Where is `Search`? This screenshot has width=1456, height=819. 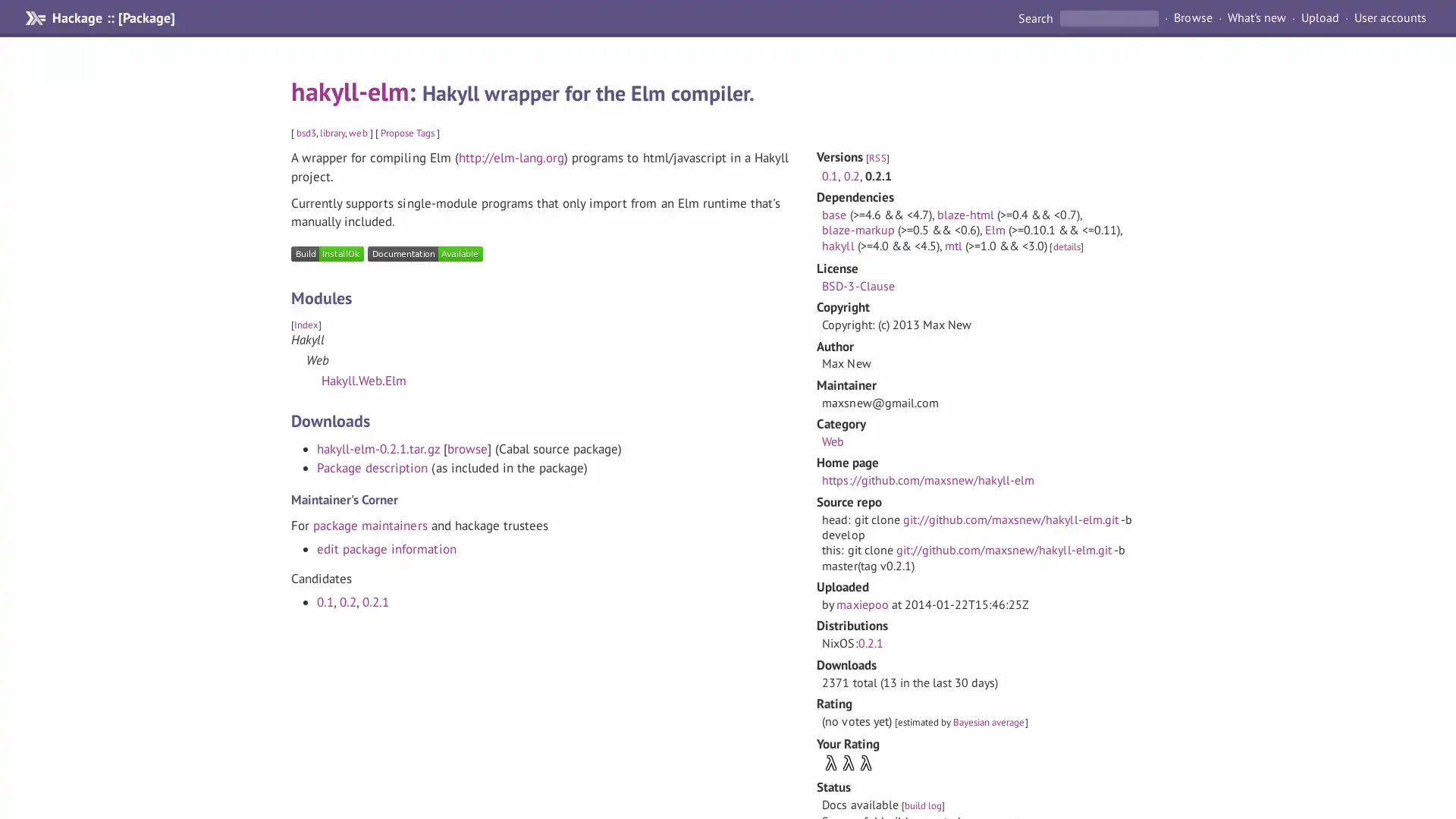 Search is located at coordinates (1036, 17).